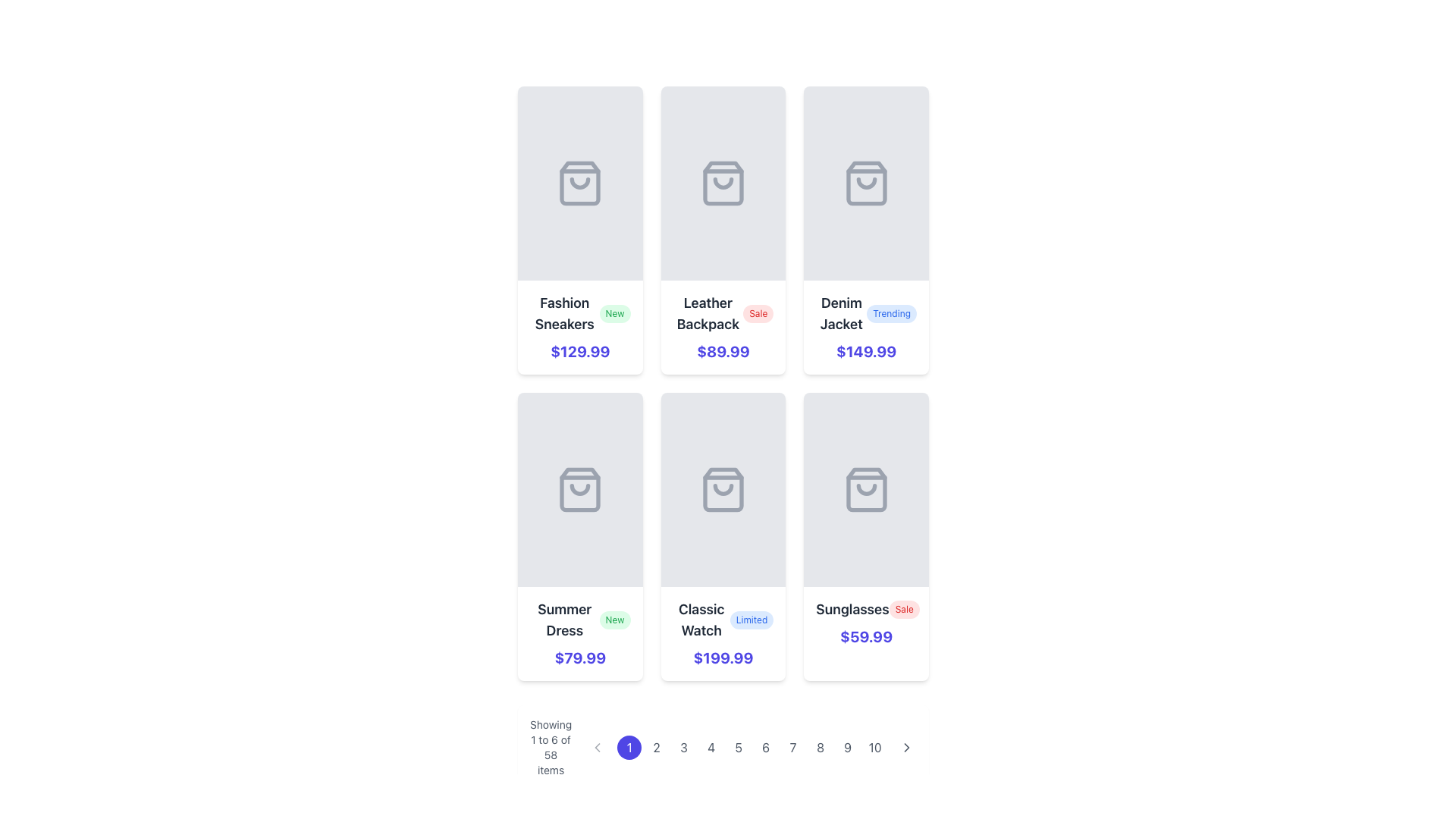  What do you see at coordinates (563, 312) in the screenshot?
I see `text label displaying 'Fashion Sneakers' which is bold and prominently styled in dark gray, located in the first row and first column of the product layout` at bounding box center [563, 312].